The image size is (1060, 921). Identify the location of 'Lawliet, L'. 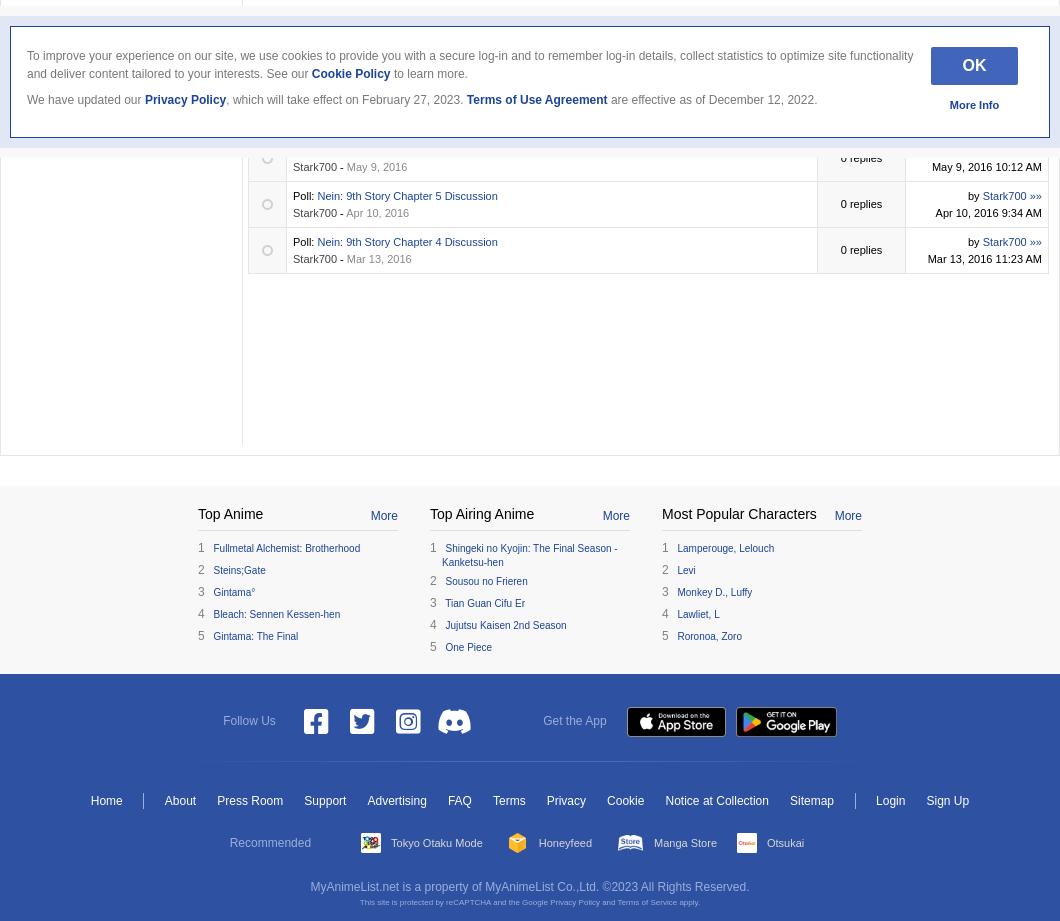
(697, 612).